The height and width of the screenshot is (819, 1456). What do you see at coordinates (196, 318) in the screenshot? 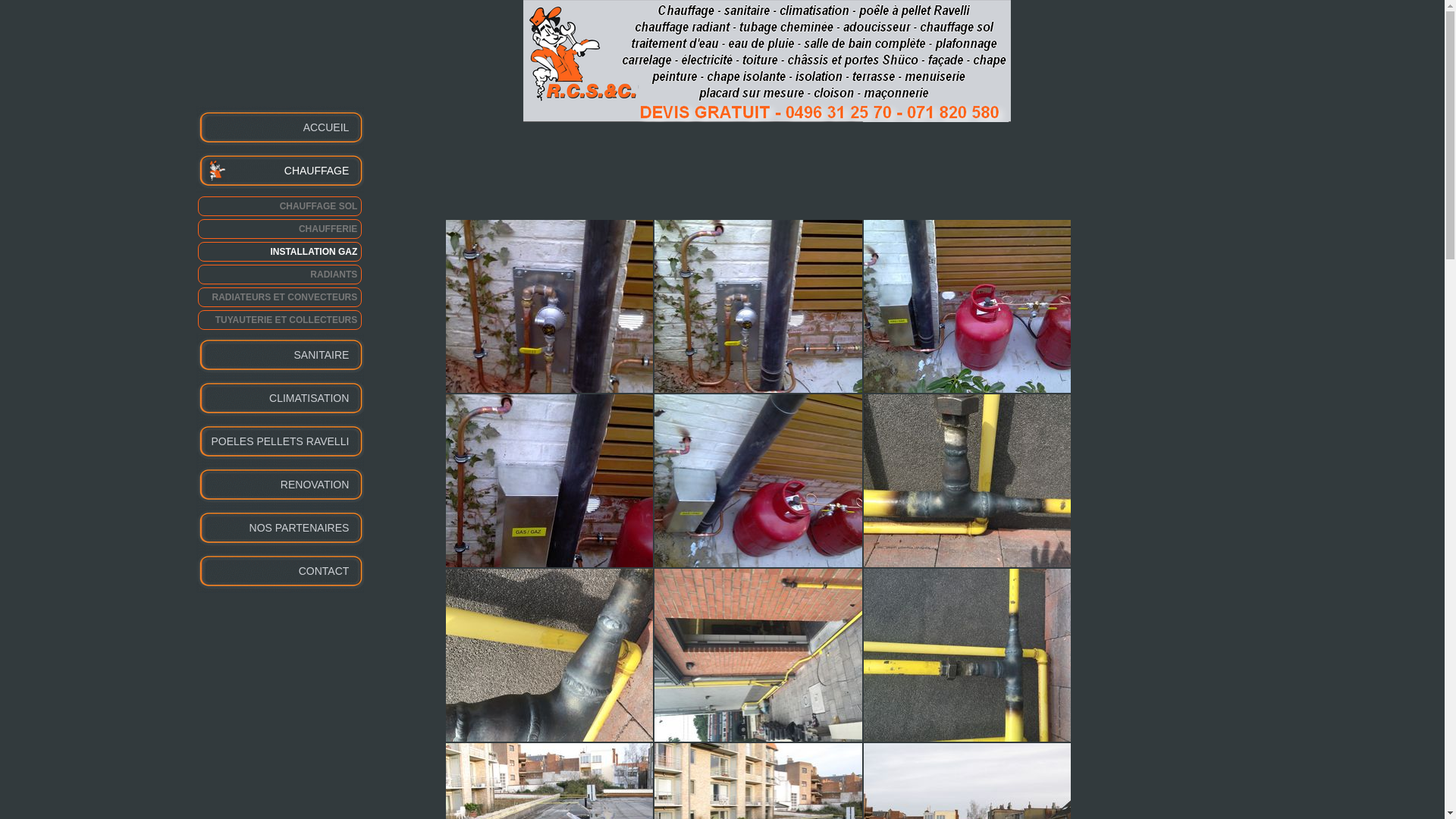
I see `'TUYAUTERIE ET COLLECTEURS'` at bounding box center [196, 318].